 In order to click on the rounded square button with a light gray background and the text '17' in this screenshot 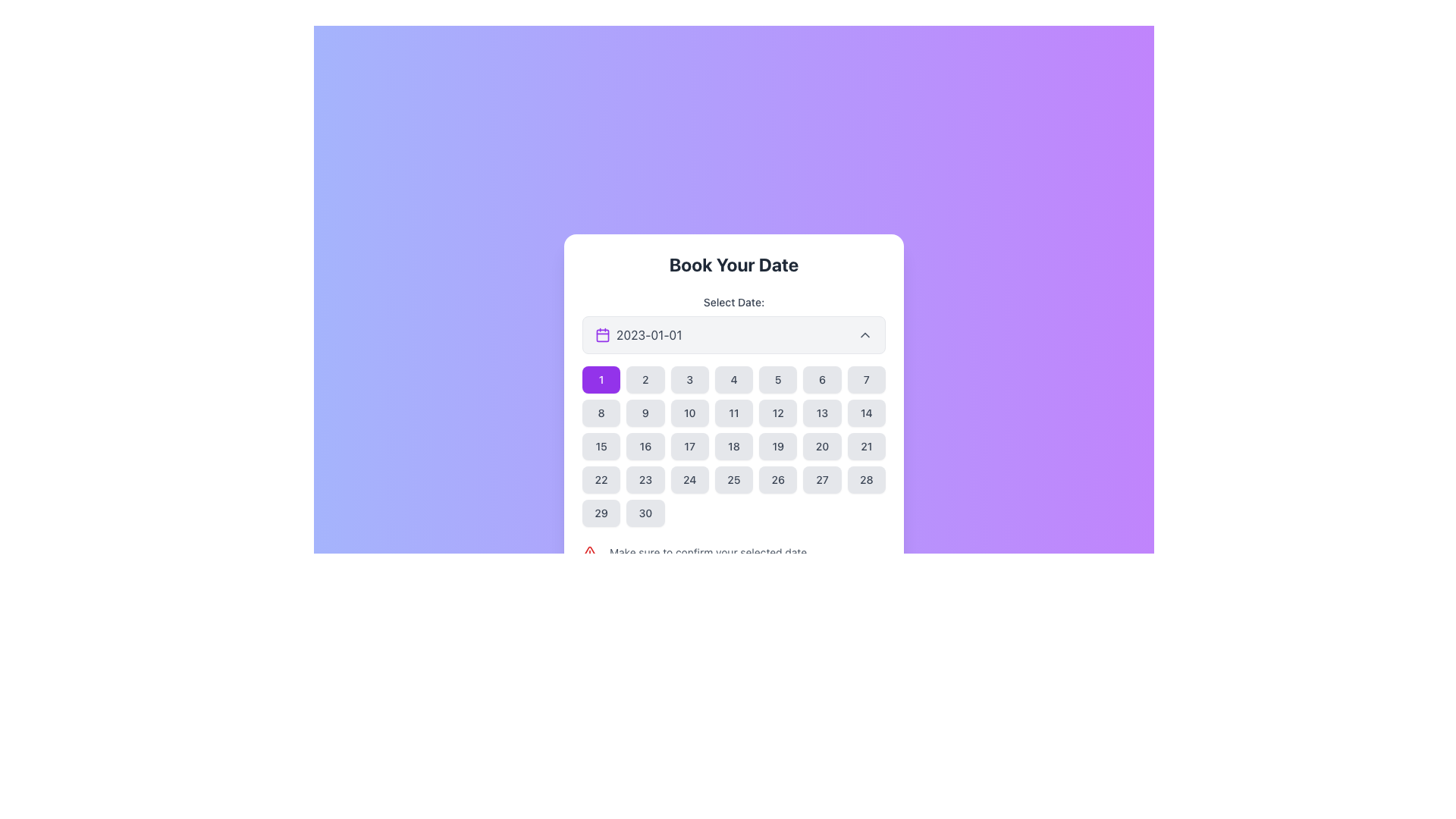, I will do `click(689, 446)`.